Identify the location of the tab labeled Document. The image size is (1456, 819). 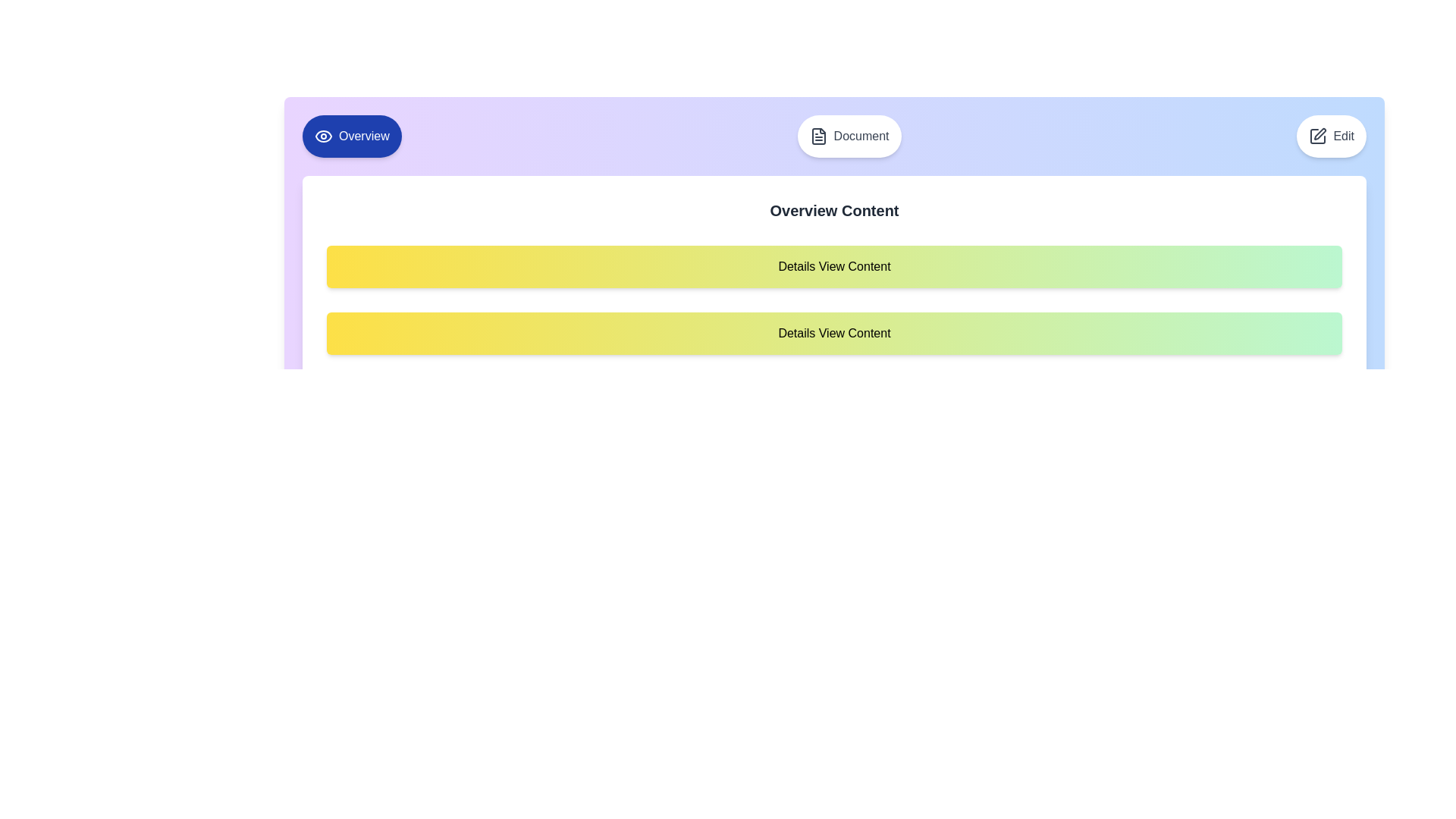
(849, 136).